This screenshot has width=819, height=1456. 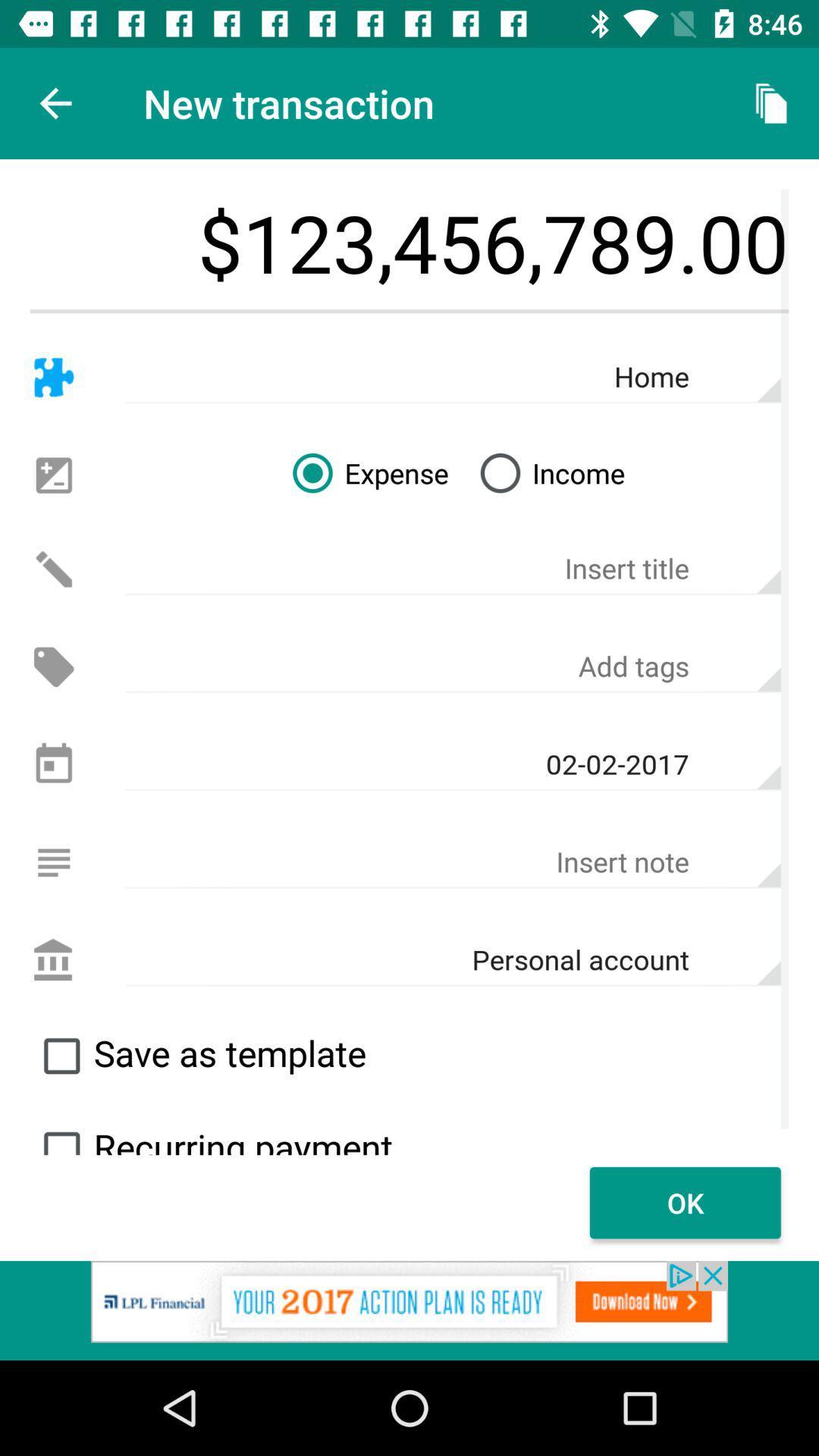 I want to click on toggle, so click(x=61, y=1136).